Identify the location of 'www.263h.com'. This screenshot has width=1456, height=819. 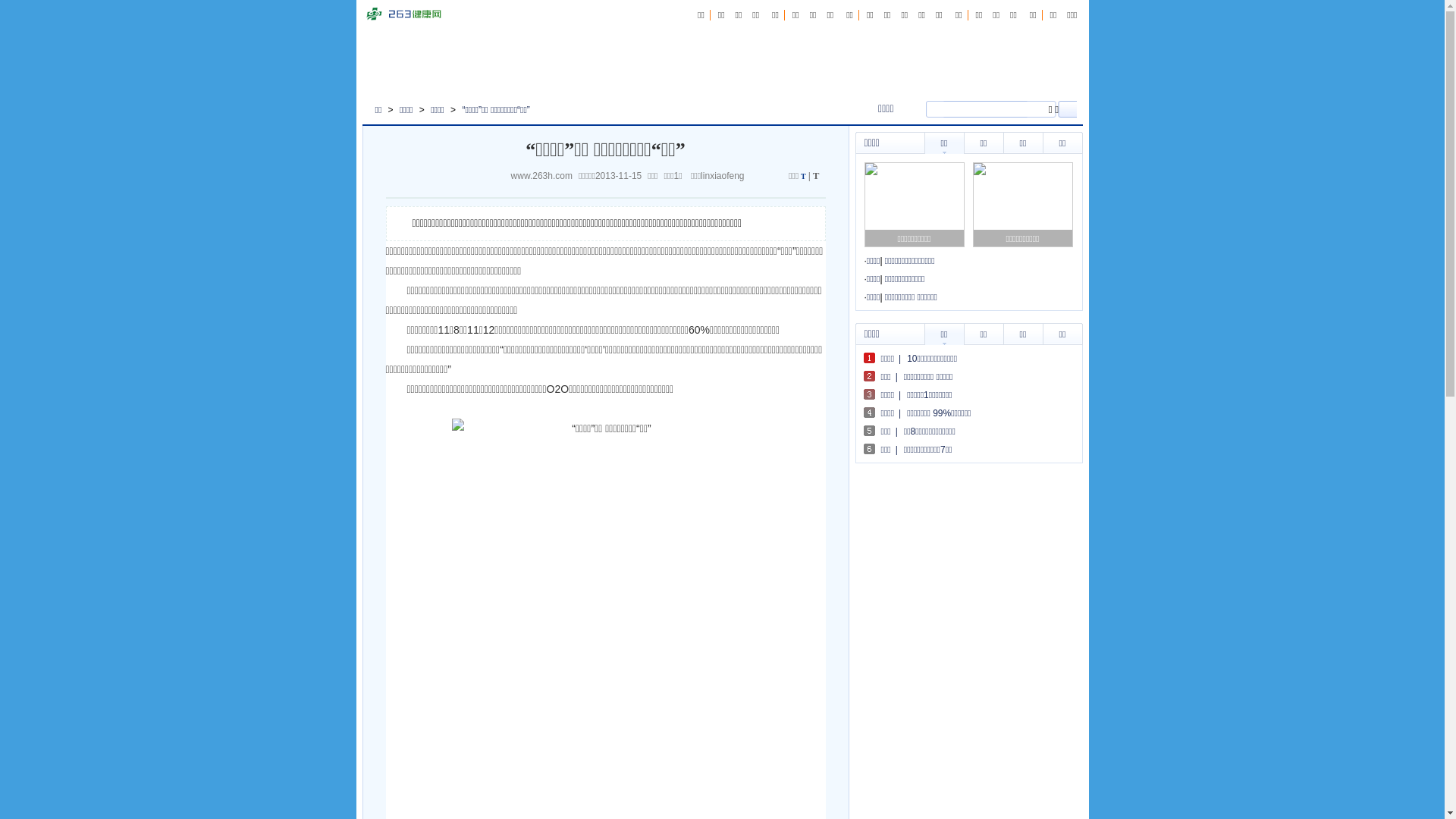
(544, 174).